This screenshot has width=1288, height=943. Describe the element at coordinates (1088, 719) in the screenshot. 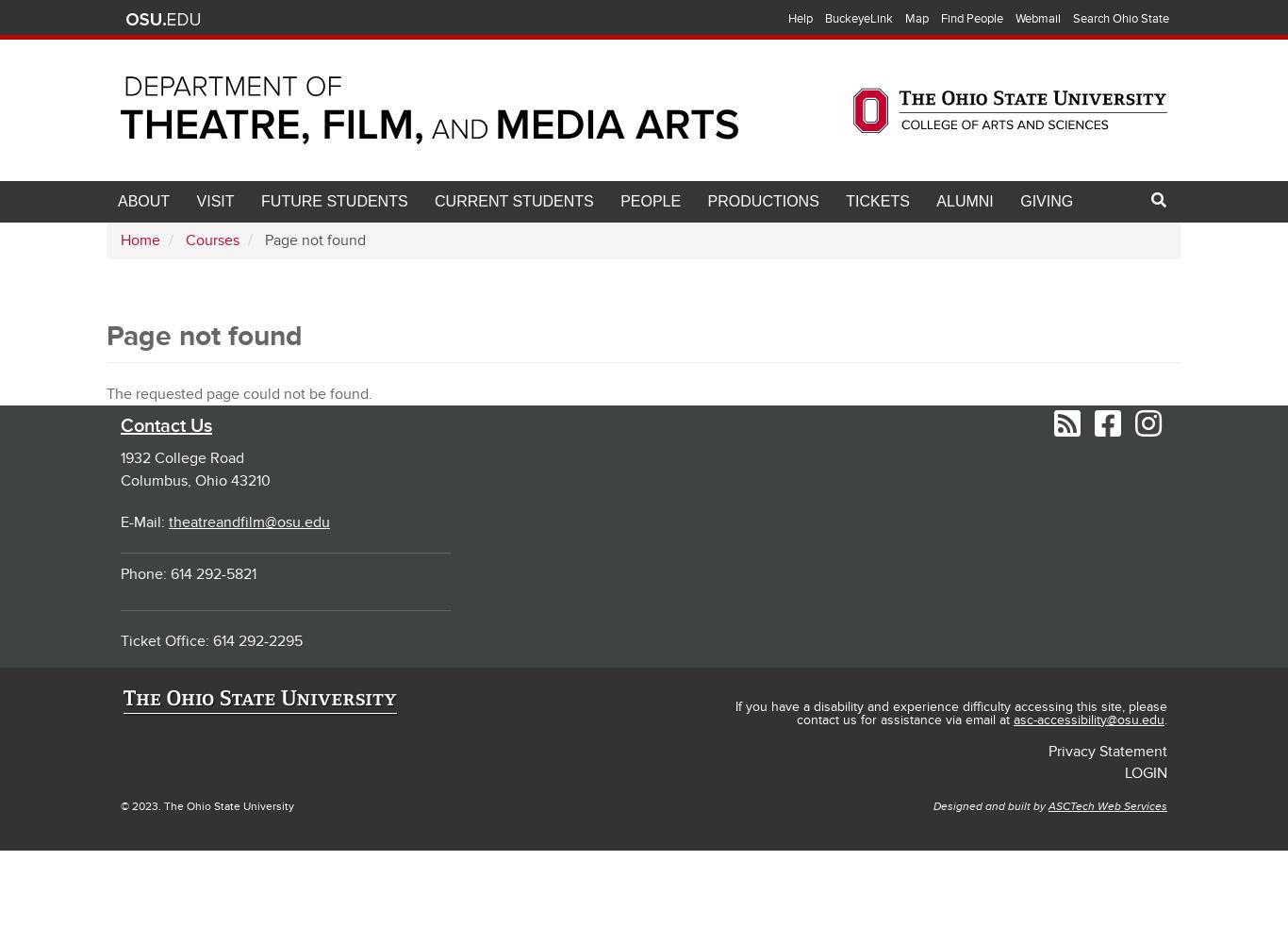

I see `'asc-accessibility@osu.edu'` at that location.